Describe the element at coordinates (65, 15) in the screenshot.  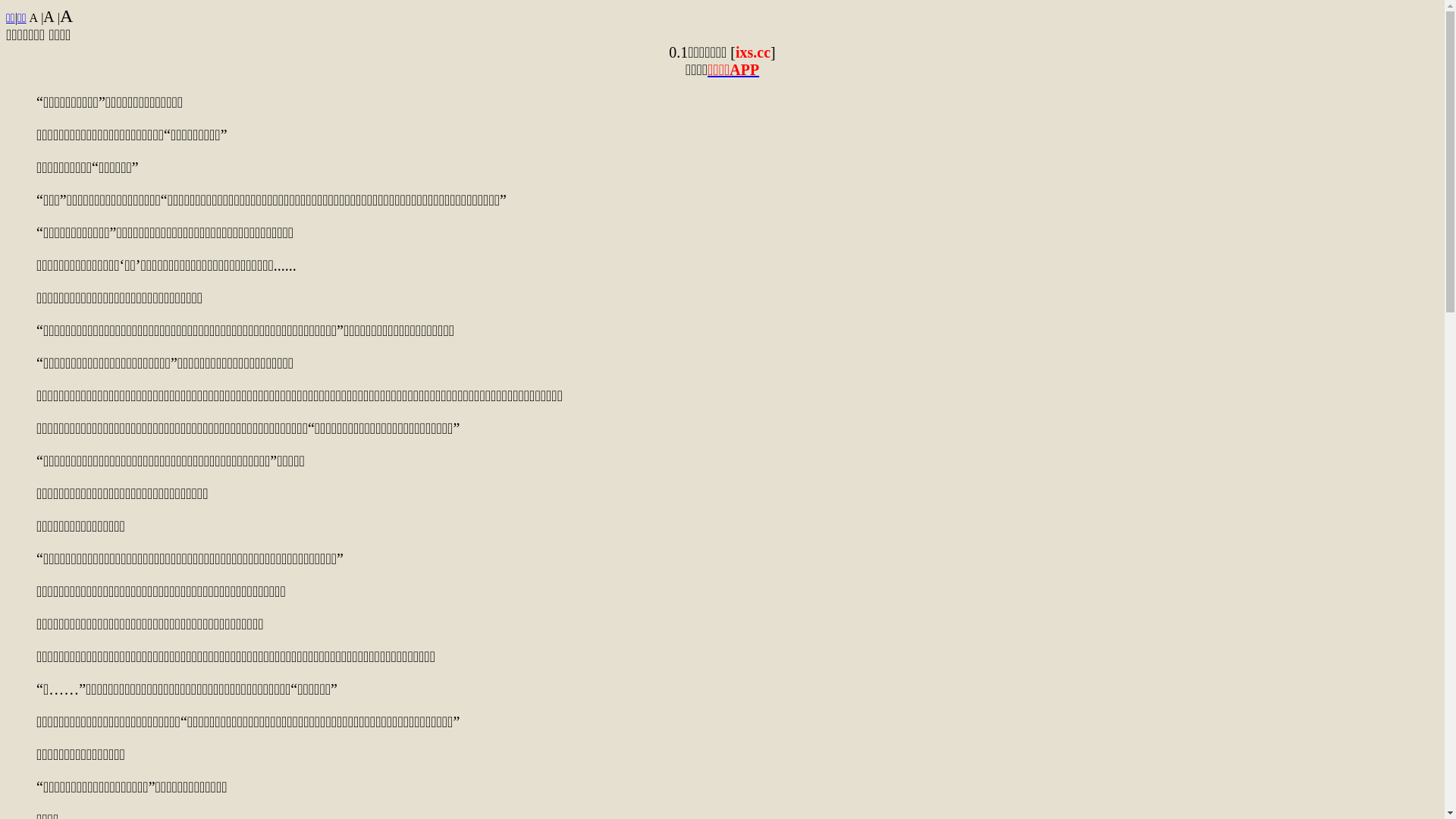
I see `'A'` at that location.